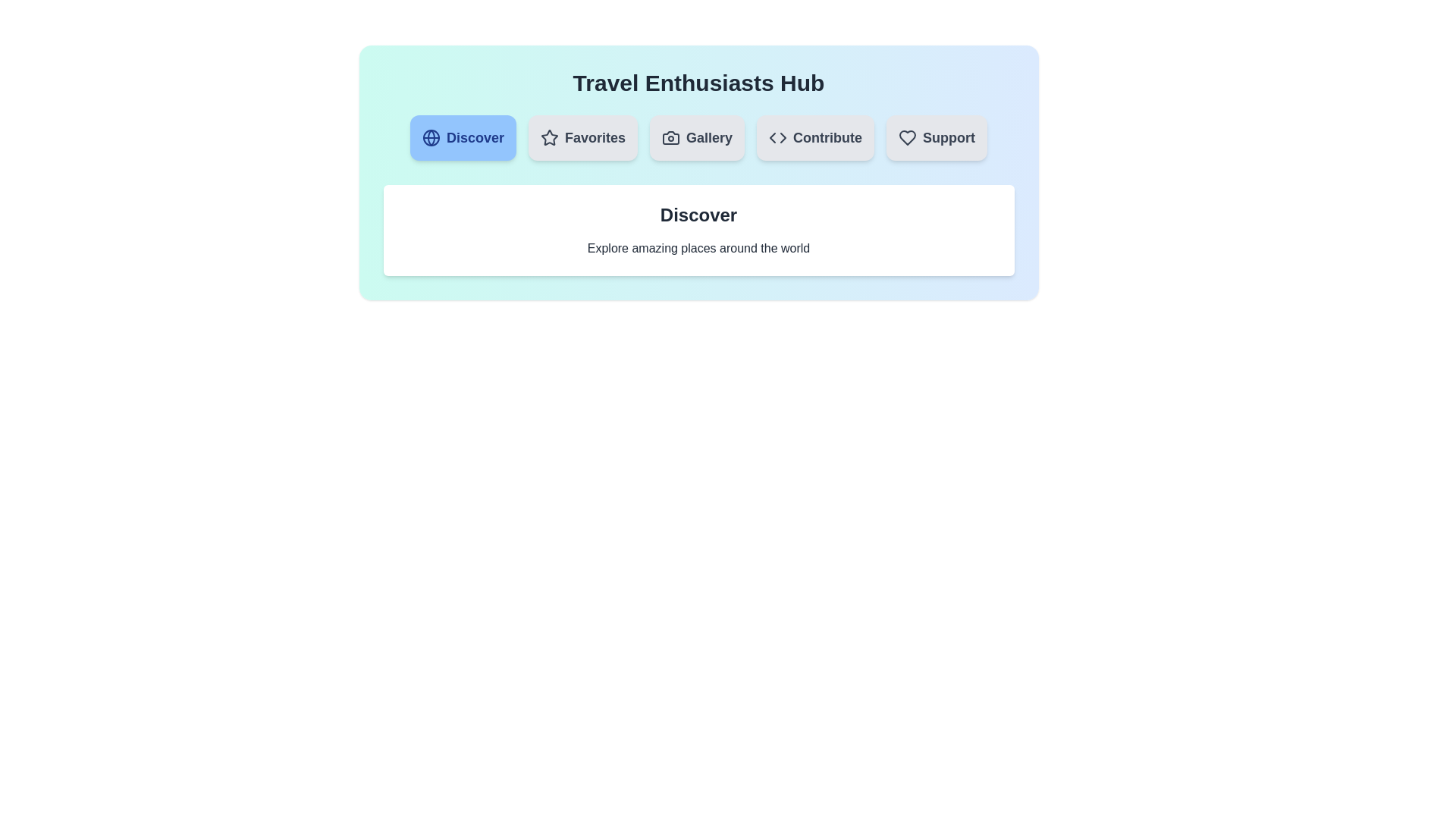 The width and height of the screenshot is (1456, 819). Describe the element at coordinates (908, 137) in the screenshot. I see `the heart icon within the 'Support' button, which is the fifth item in the top center navigation menu` at that location.